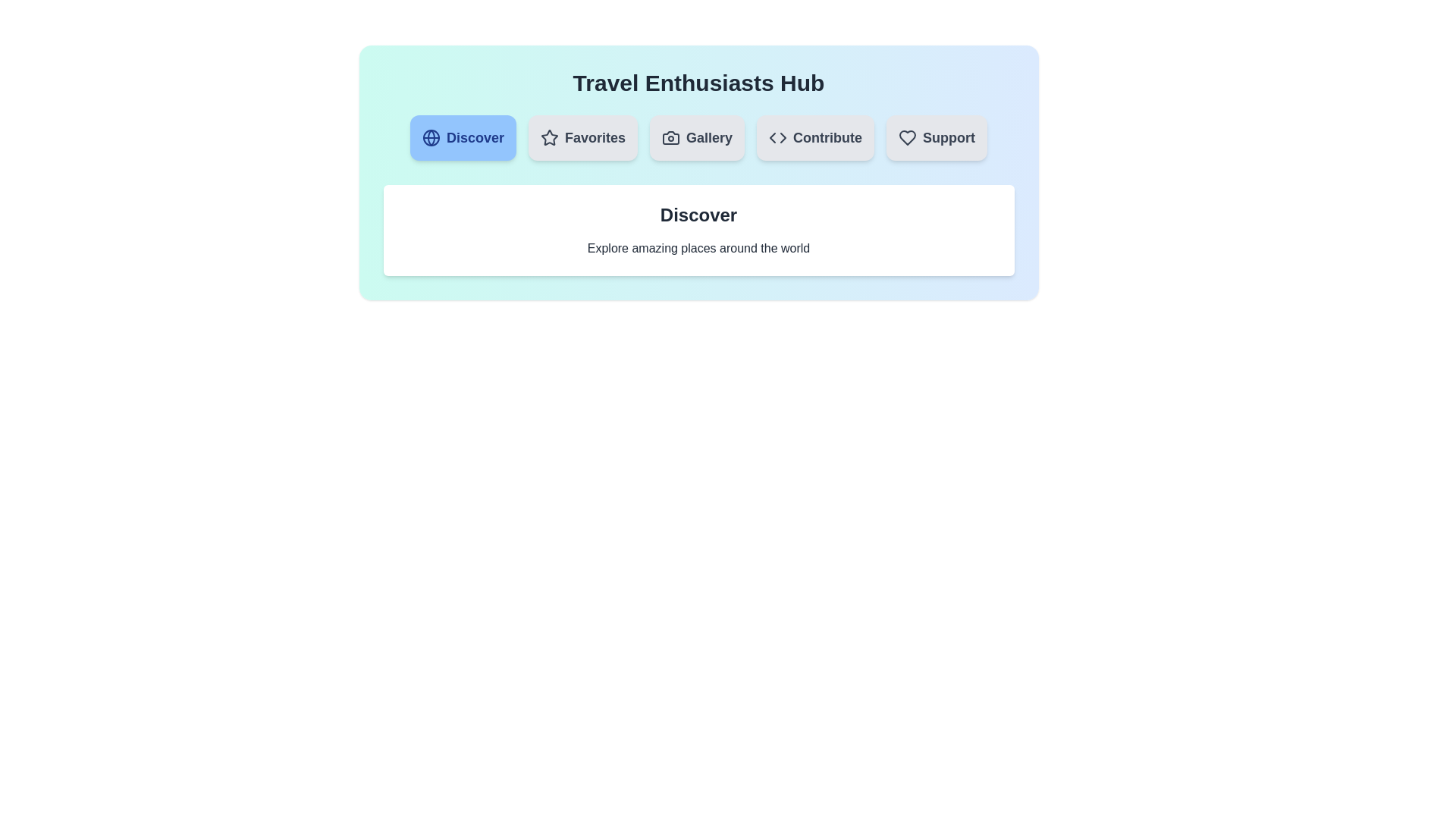 The width and height of the screenshot is (1456, 819). Describe the element at coordinates (908, 137) in the screenshot. I see `the heart icon within the 'Support' button, which is the fifth item in the top center navigation menu` at that location.